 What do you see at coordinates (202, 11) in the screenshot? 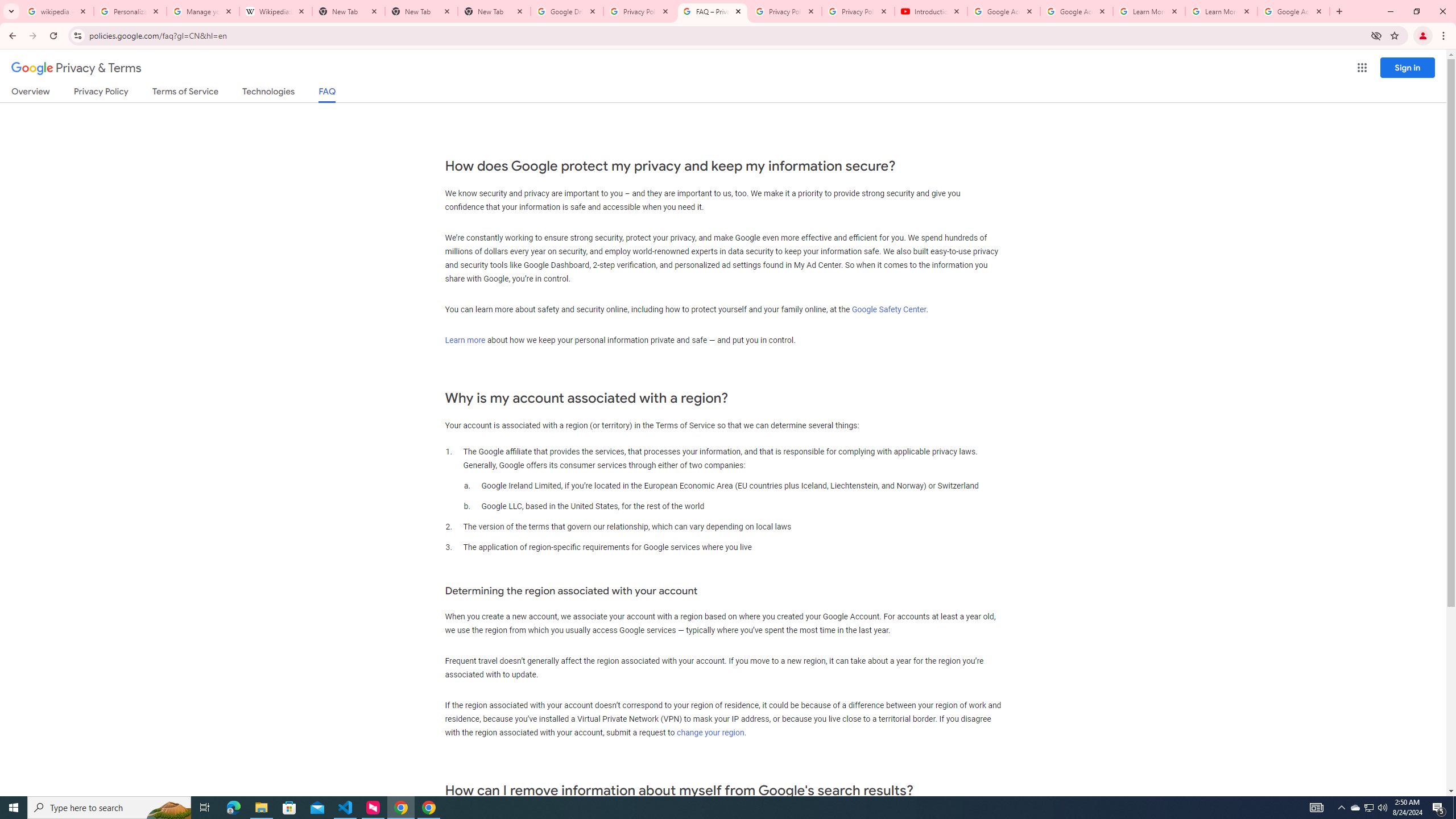
I see `'Manage your Location History - Google Search Help'` at bounding box center [202, 11].